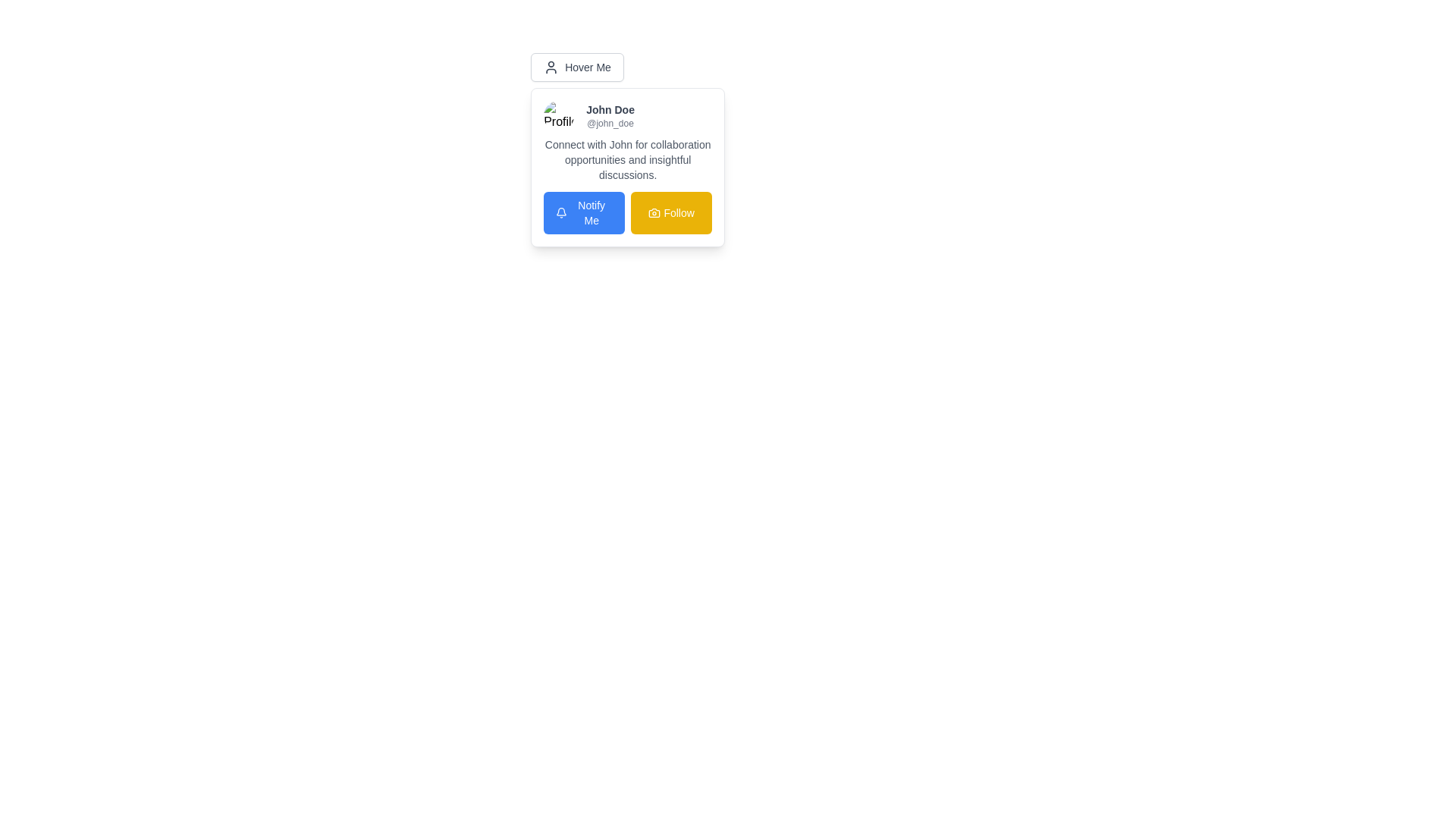 The height and width of the screenshot is (819, 1456). Describe the element at coordinates (583, 213) in the screenshot. I see `the subscription button located in the lower section of the card, to the left of the yellow 'Follow' button` at that location.